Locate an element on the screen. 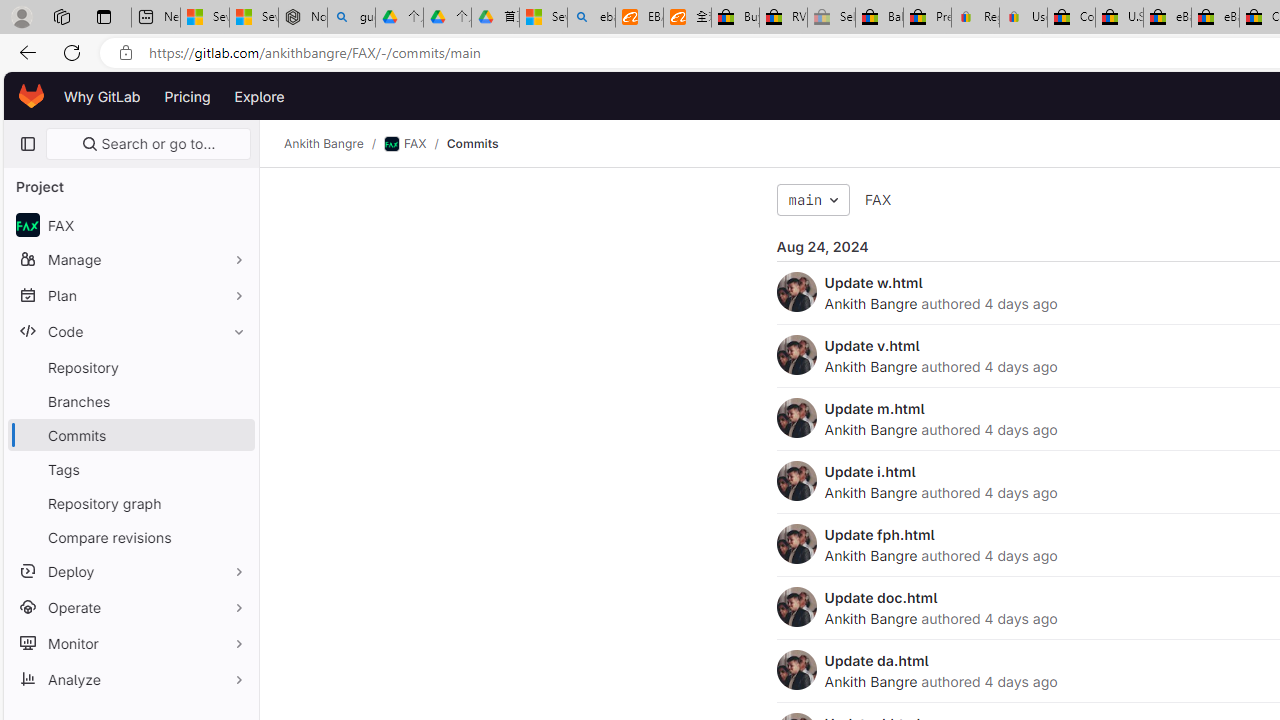  'Compare revisions' is located at coordinates (130, 536).